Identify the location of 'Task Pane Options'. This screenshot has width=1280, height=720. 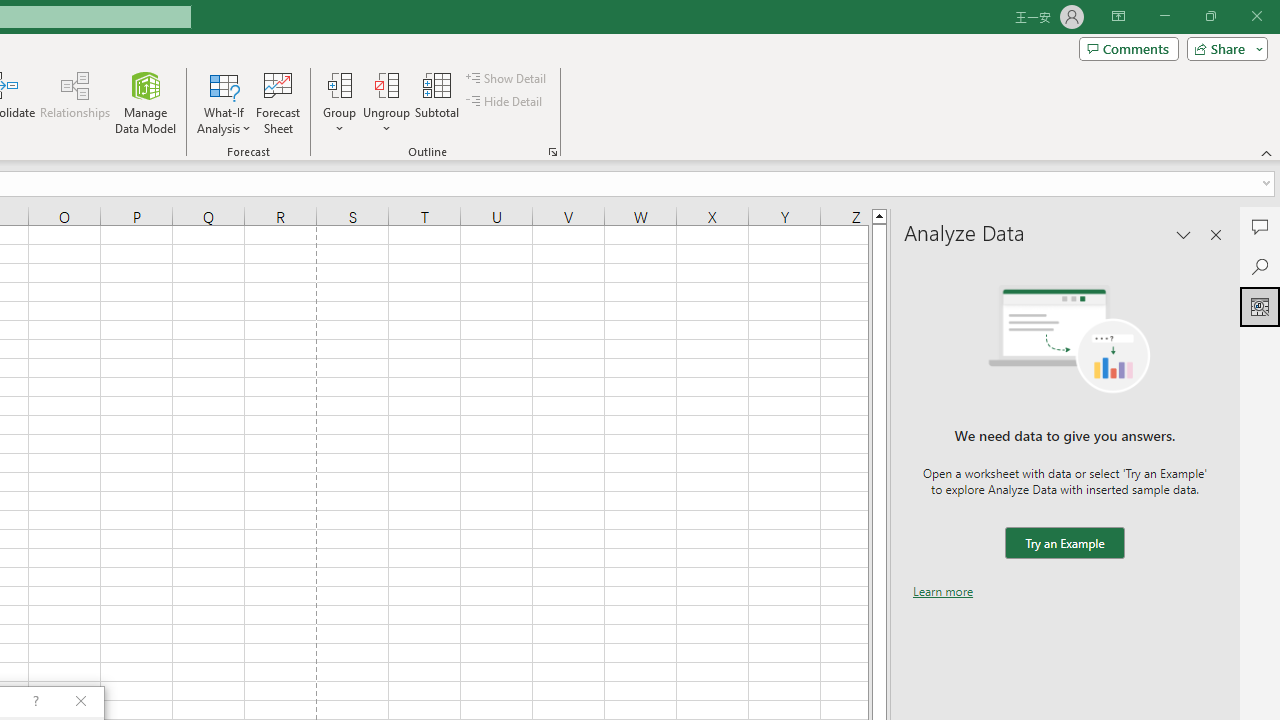
(1184, 234).